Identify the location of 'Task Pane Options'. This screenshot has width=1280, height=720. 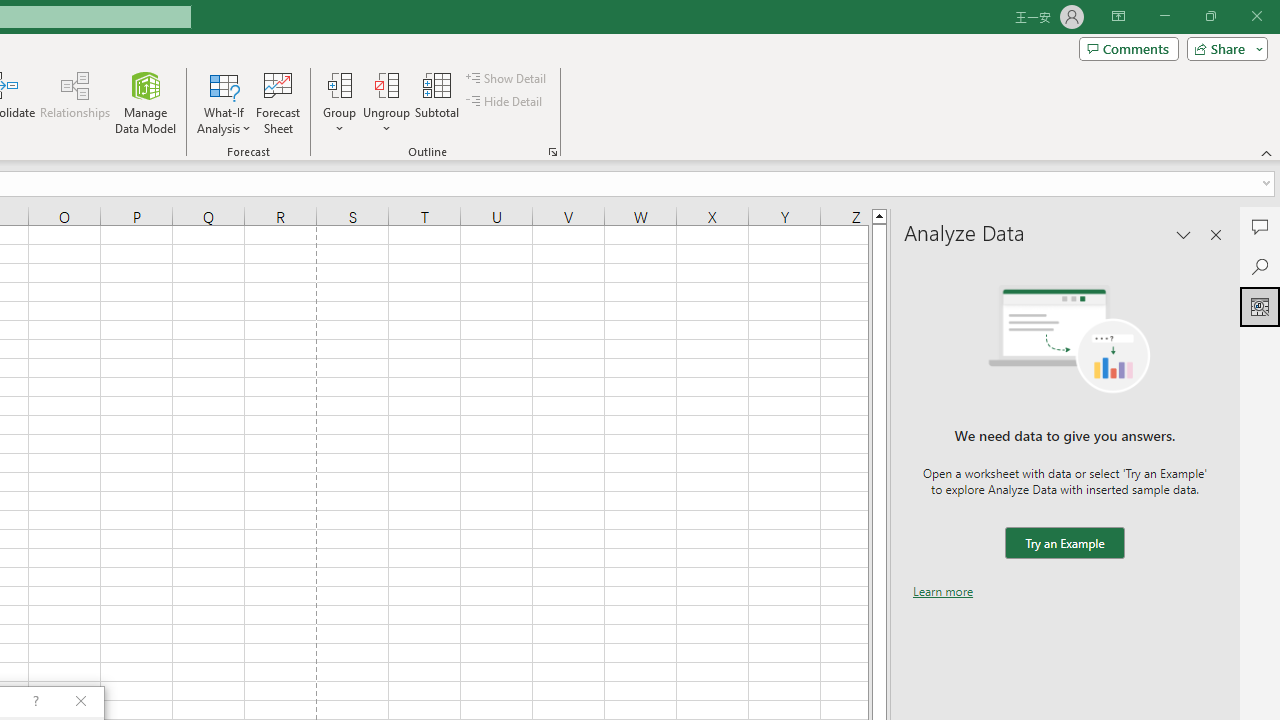
(1184, 234).